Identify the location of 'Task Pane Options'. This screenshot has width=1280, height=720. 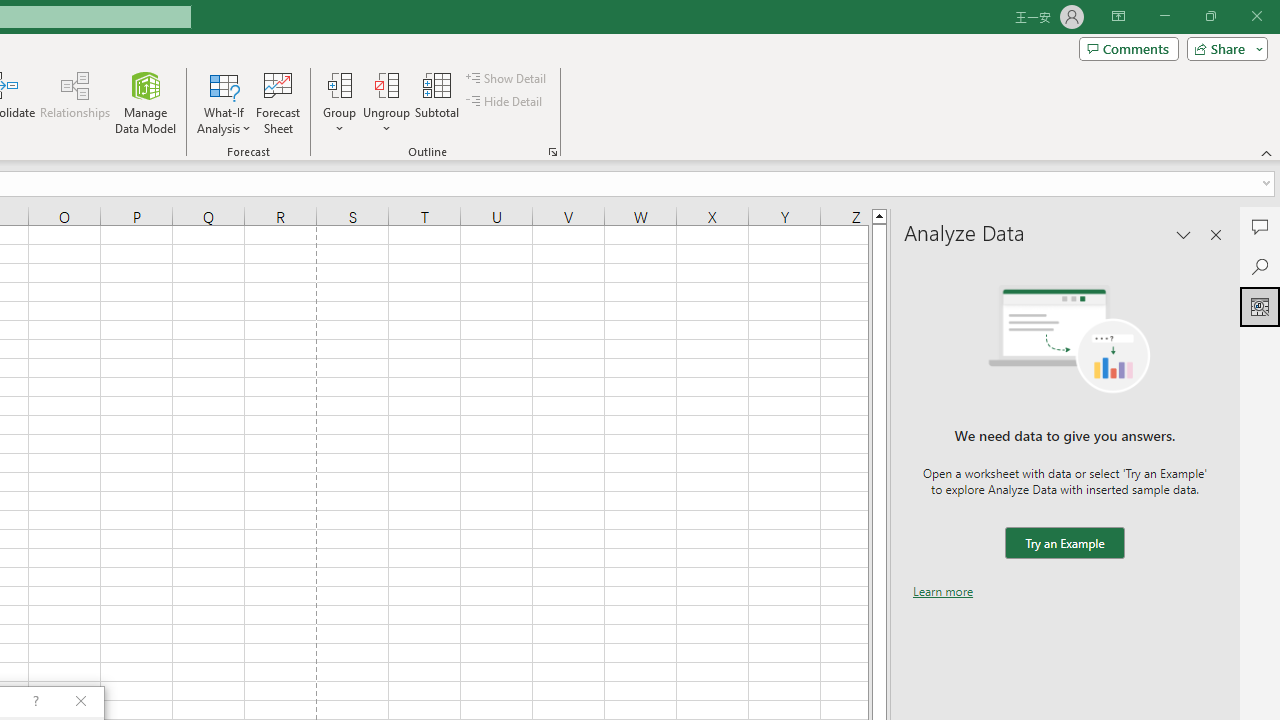
(1184, 234).